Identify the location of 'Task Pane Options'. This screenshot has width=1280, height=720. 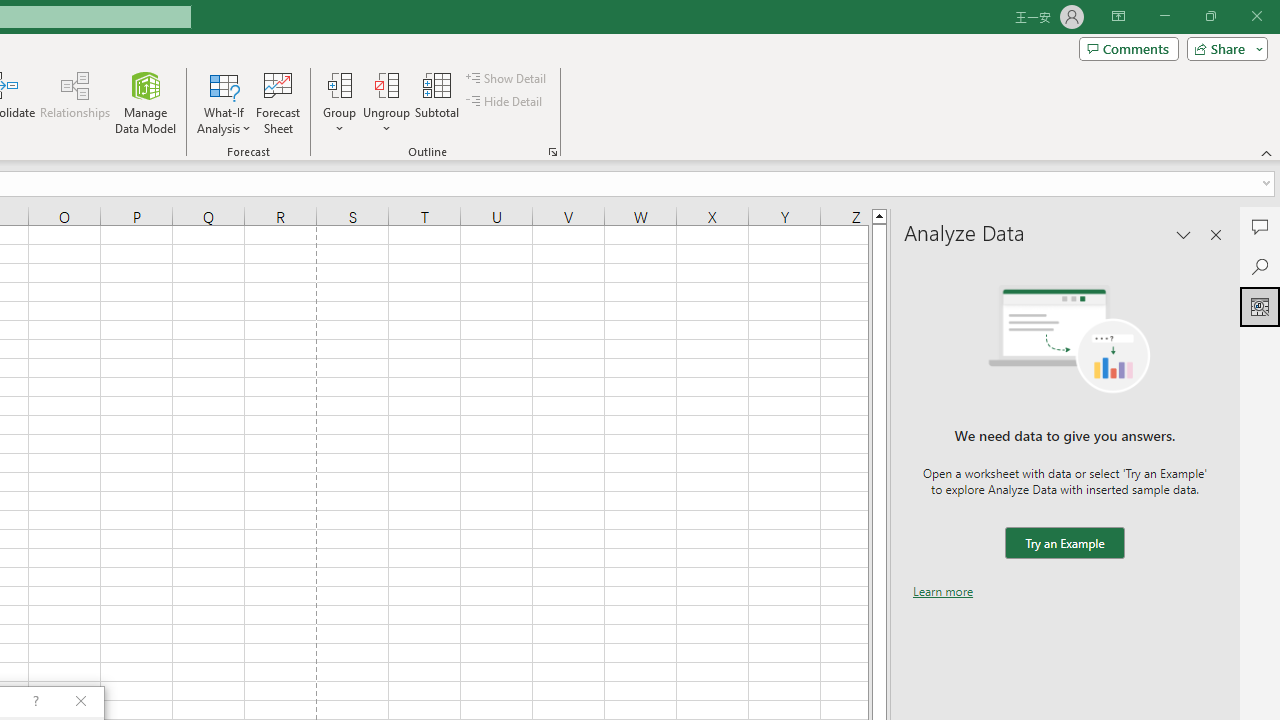
(1184, 234).